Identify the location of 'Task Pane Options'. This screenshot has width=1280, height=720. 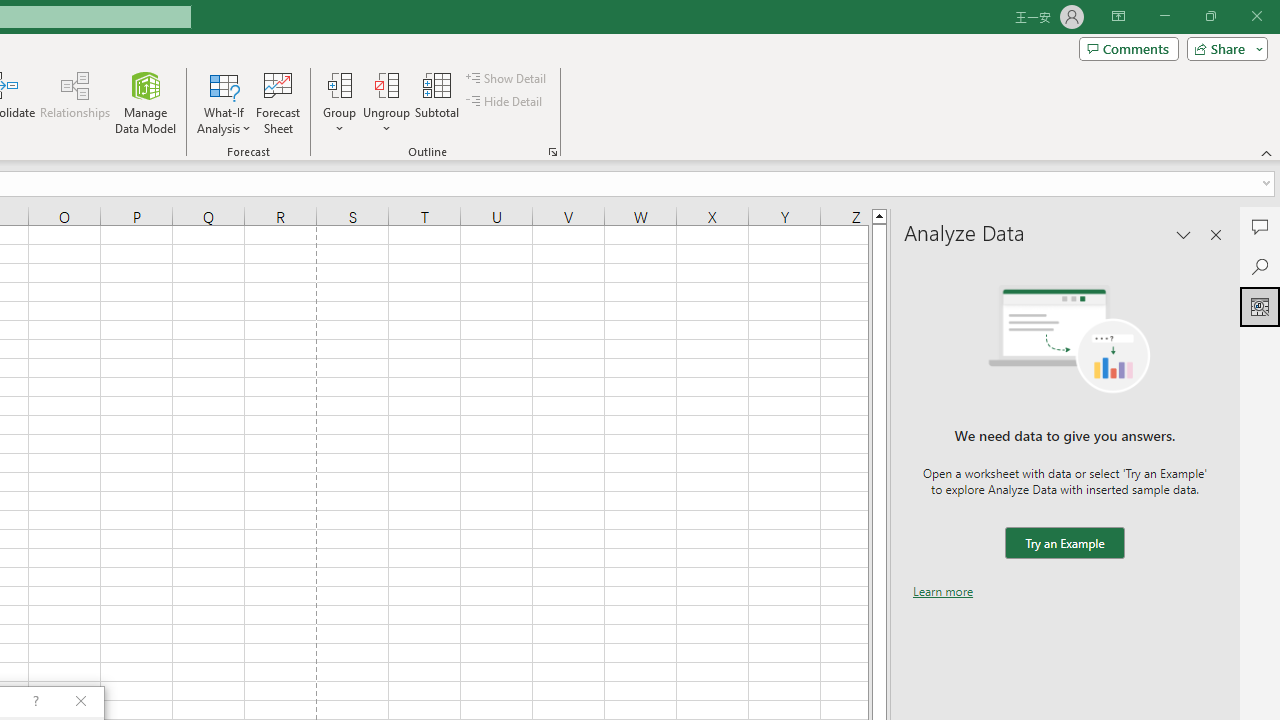
(1184, 234).